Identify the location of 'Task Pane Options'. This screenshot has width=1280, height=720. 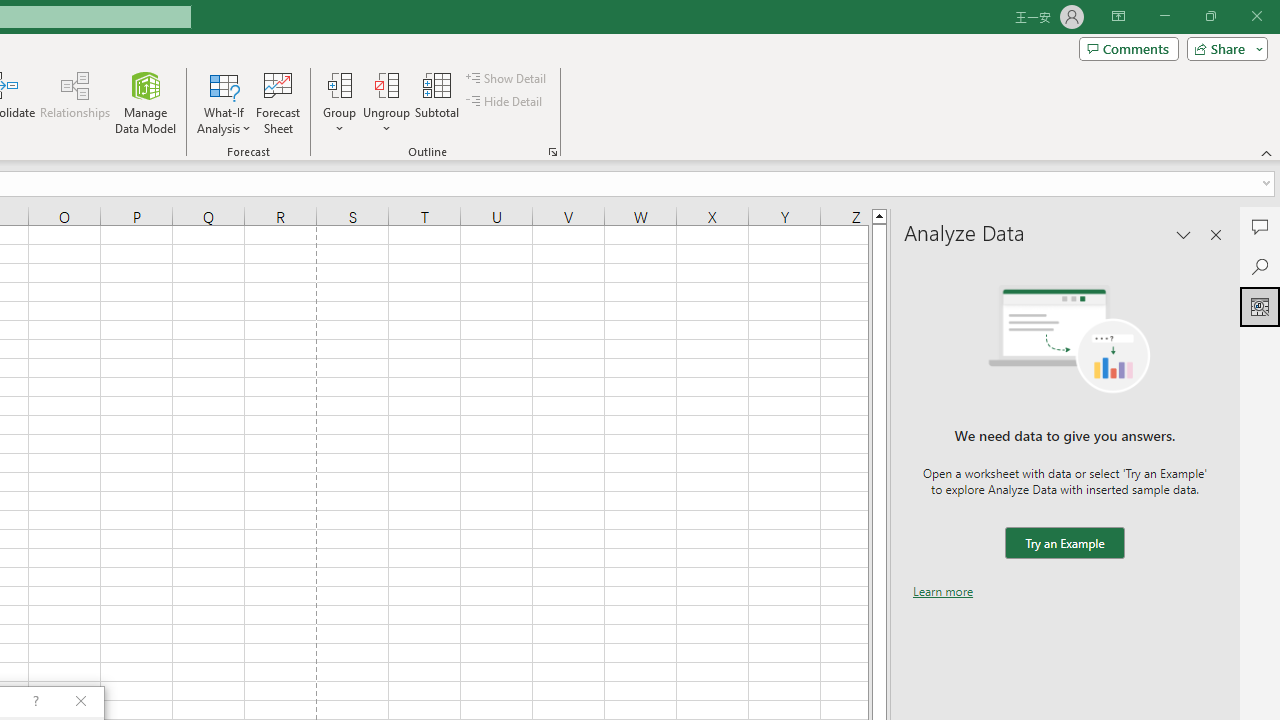
(1184, 234).